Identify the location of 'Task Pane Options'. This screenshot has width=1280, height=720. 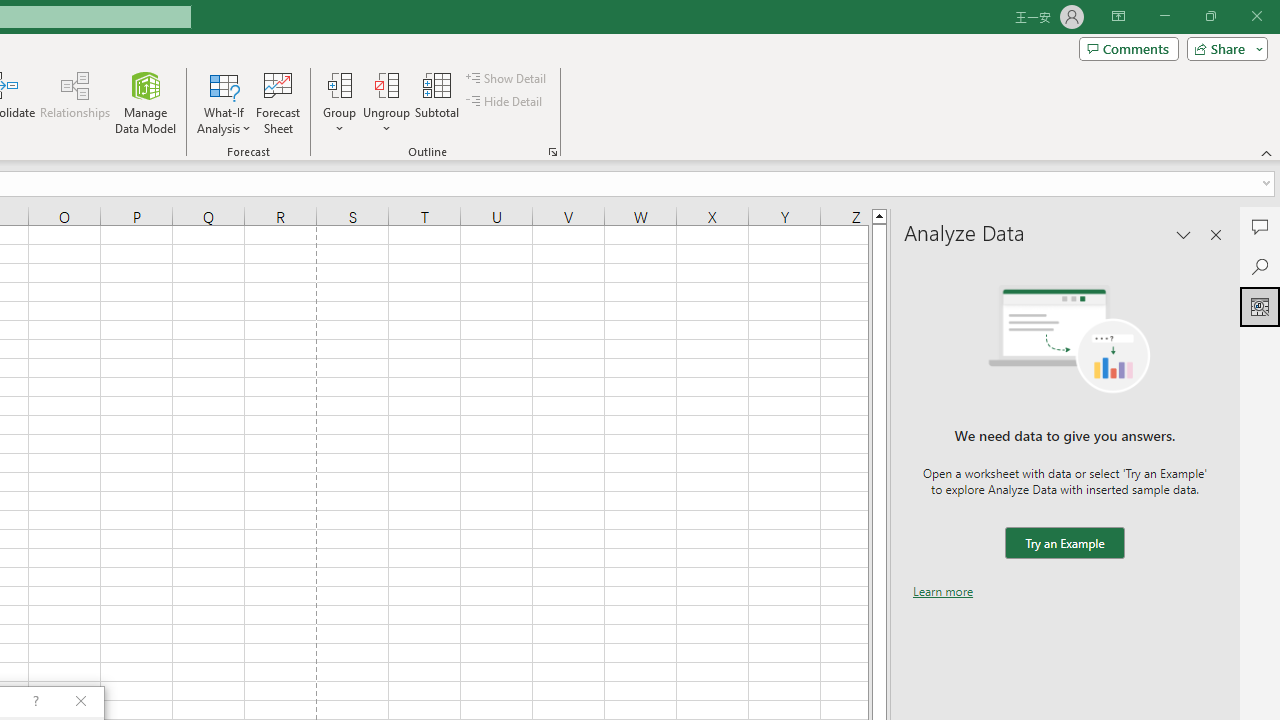
(1184, 234).